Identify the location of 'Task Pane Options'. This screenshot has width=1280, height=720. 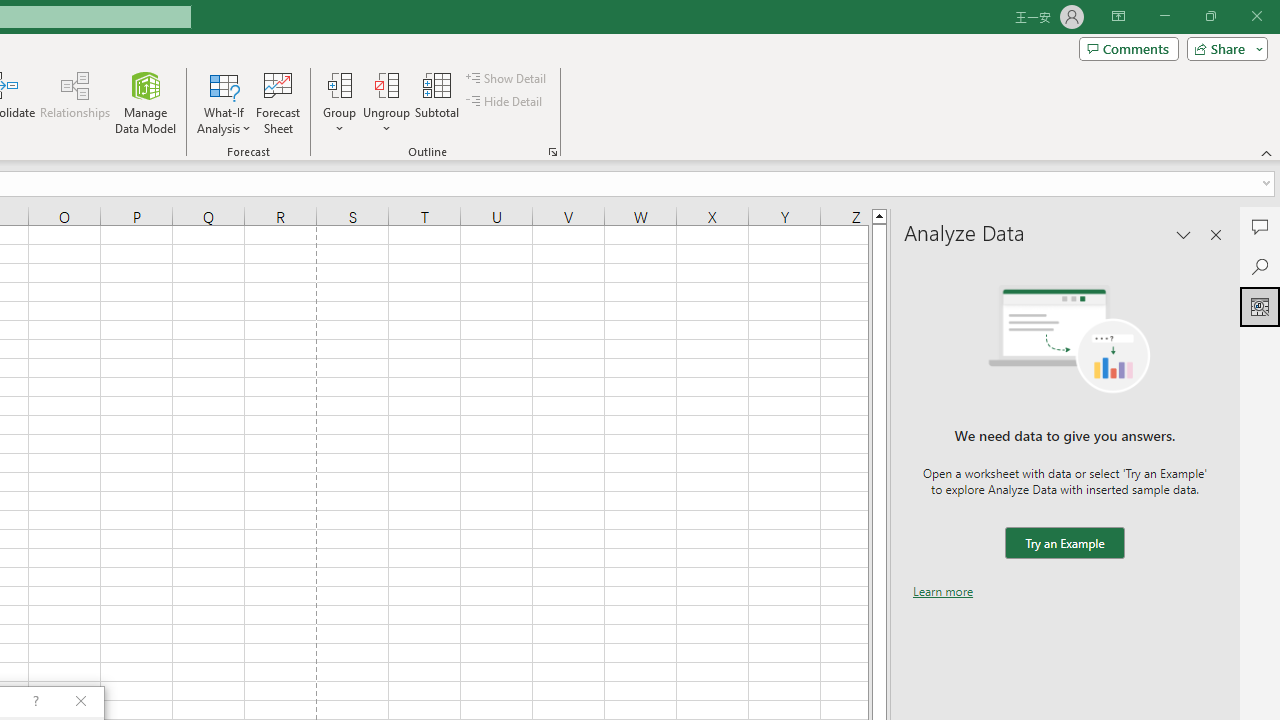
(1184, 234).